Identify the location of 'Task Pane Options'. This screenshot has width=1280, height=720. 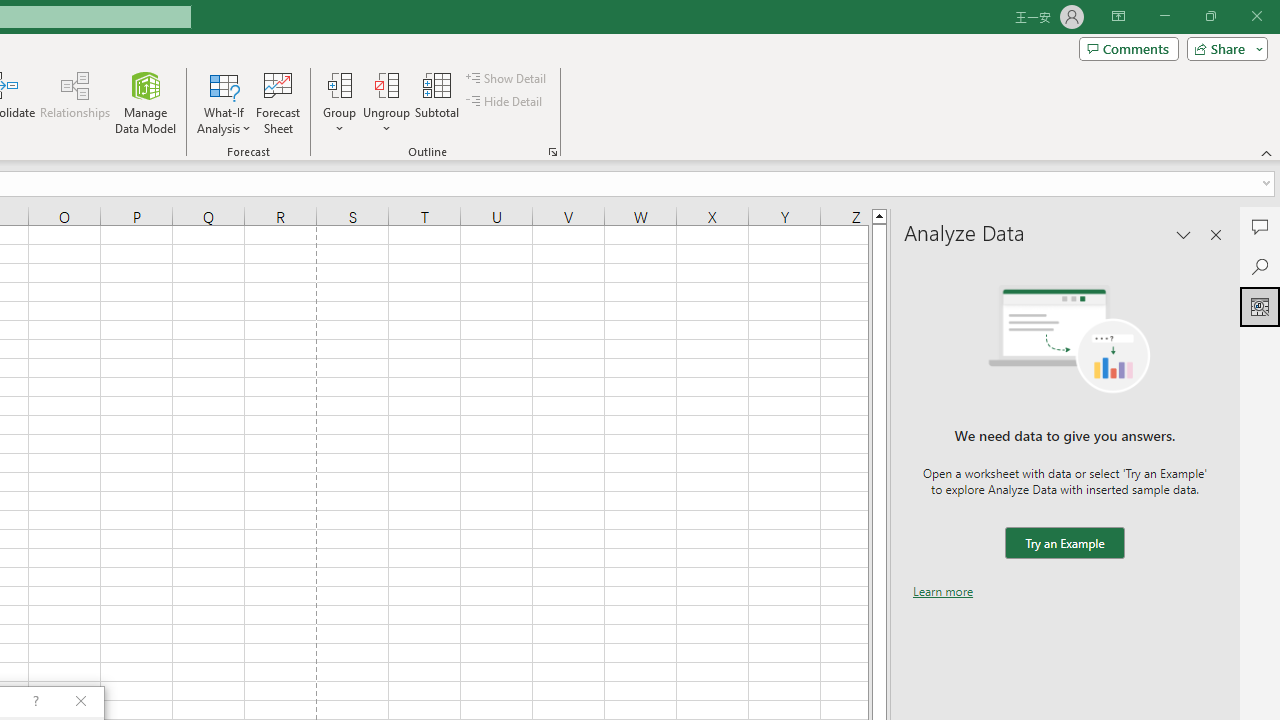
(1184, 234).